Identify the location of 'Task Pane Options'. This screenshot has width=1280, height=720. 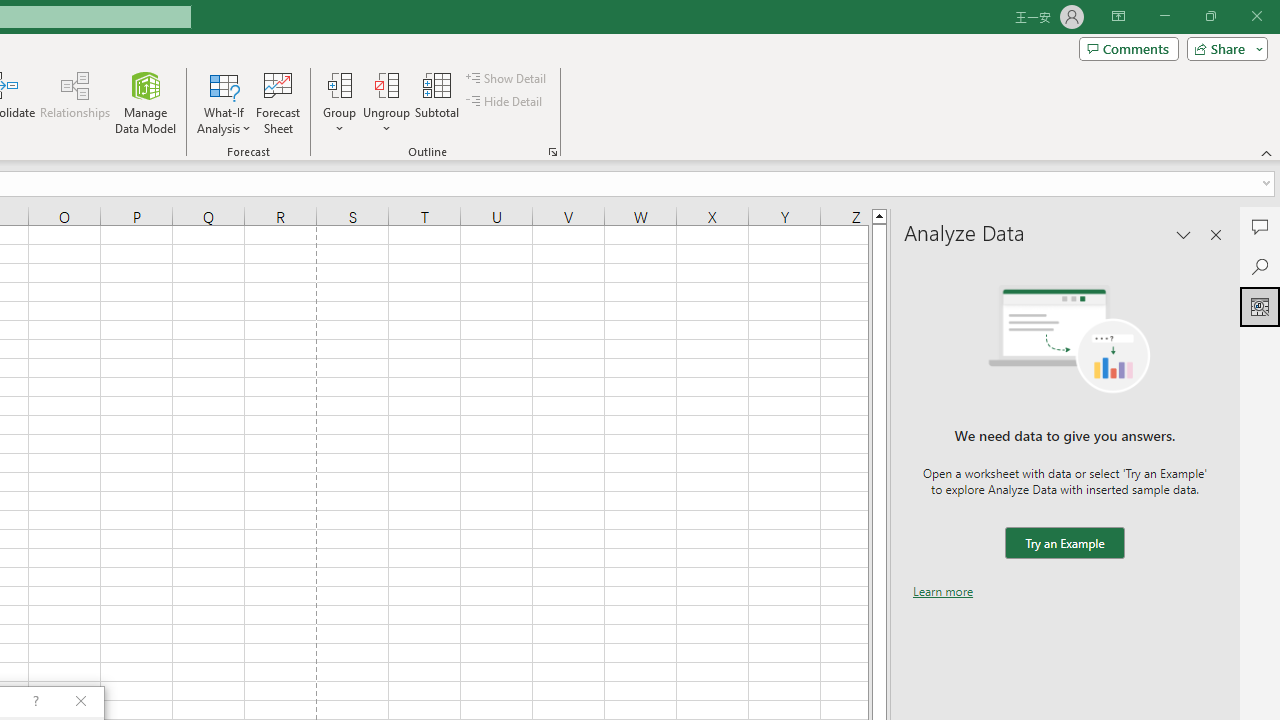
(1184, 234).